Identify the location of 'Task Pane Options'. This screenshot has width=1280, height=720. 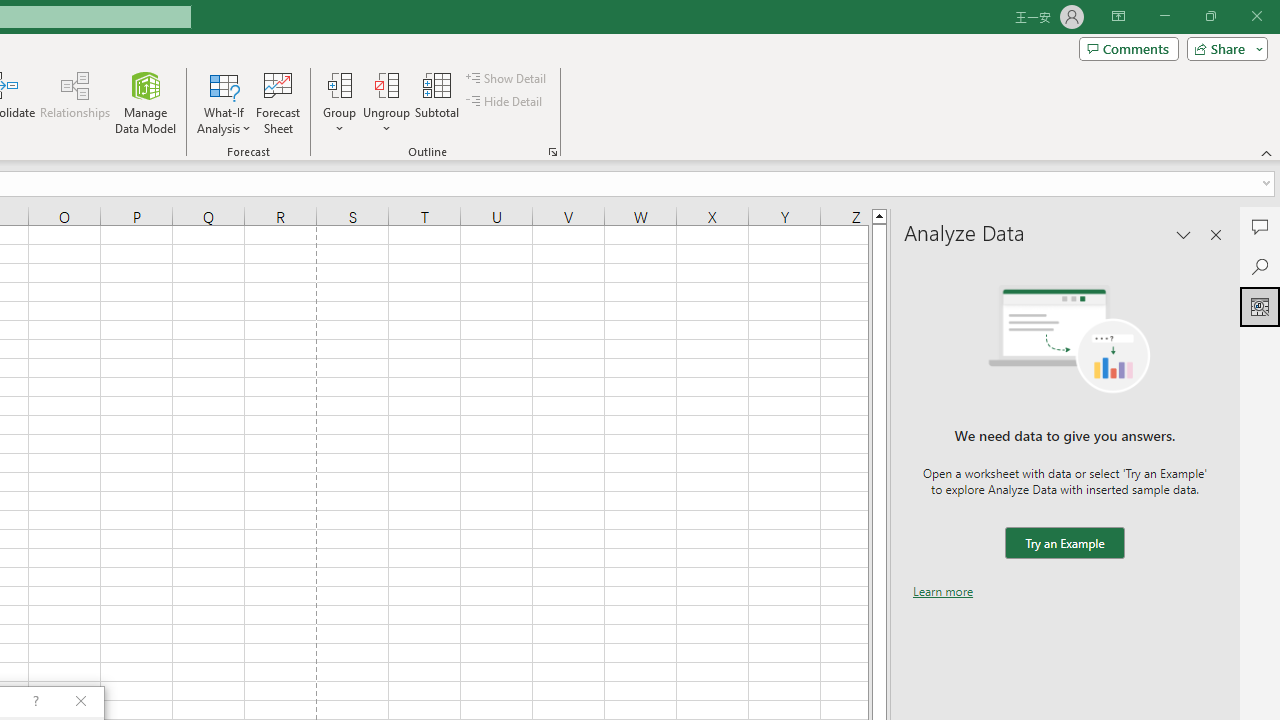
(1184, 234).